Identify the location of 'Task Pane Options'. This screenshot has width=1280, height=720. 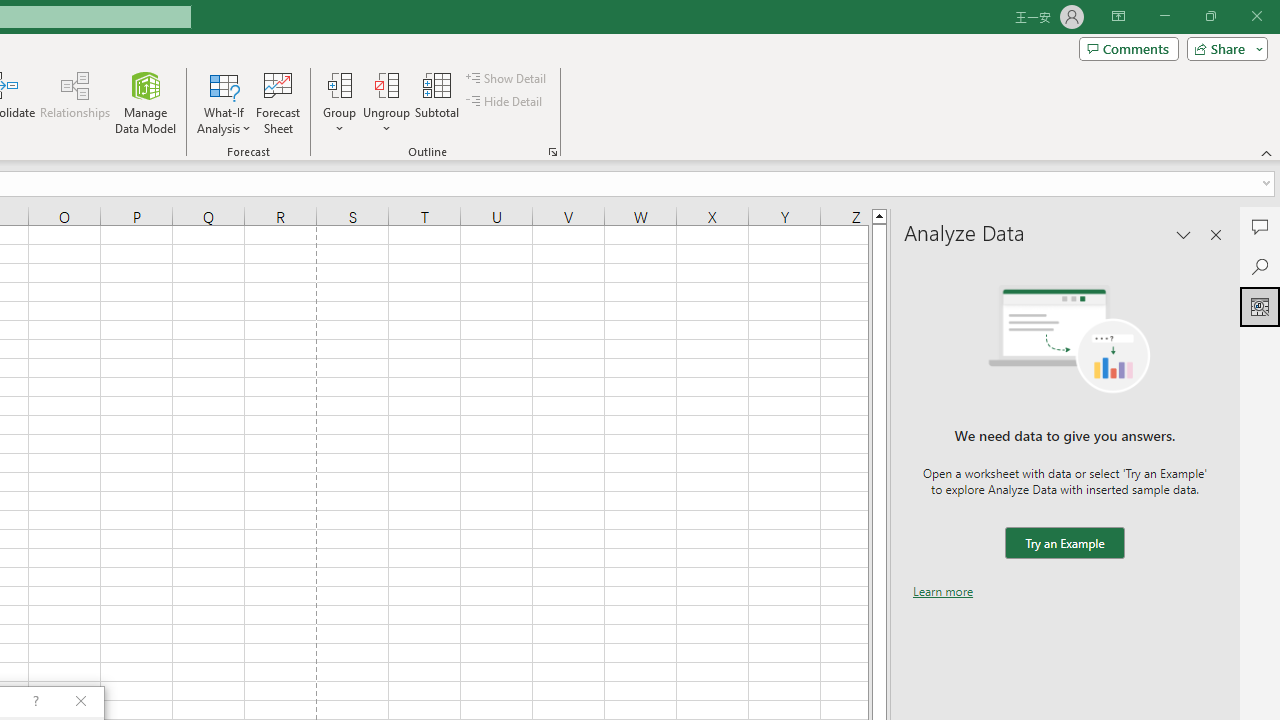
(1184, 234).